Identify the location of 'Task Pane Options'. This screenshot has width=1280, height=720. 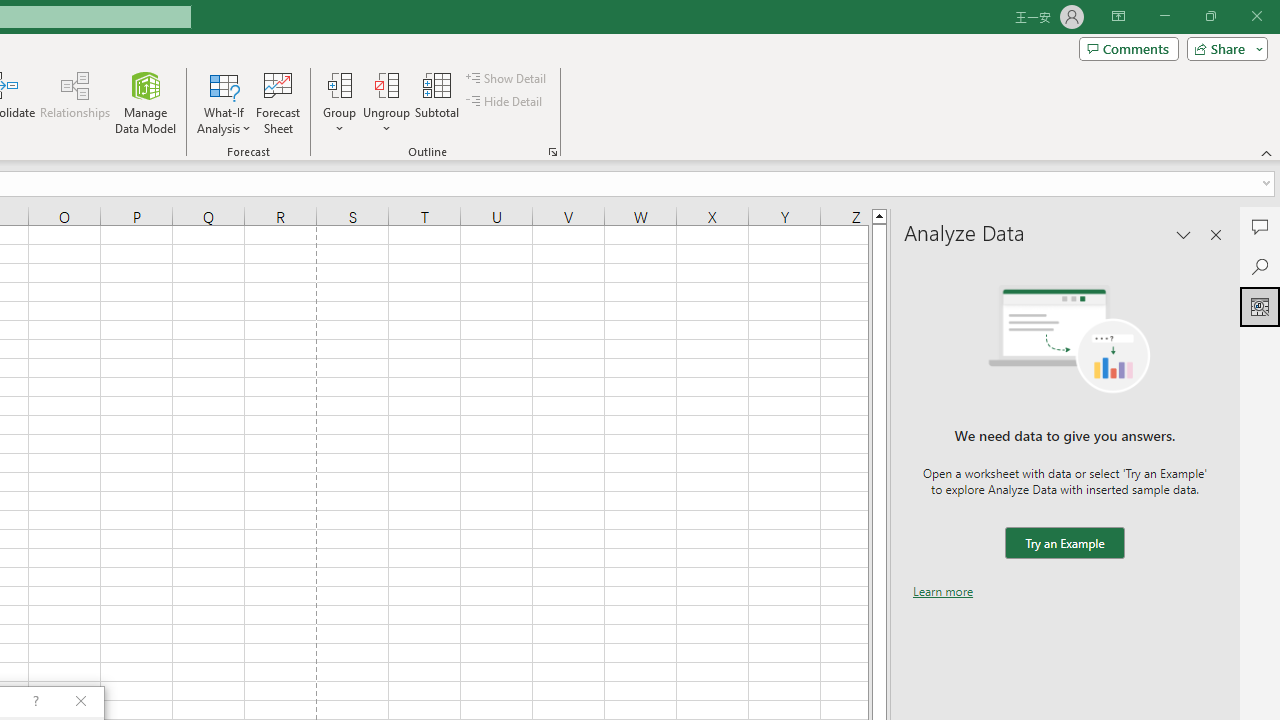
(1184, 234).